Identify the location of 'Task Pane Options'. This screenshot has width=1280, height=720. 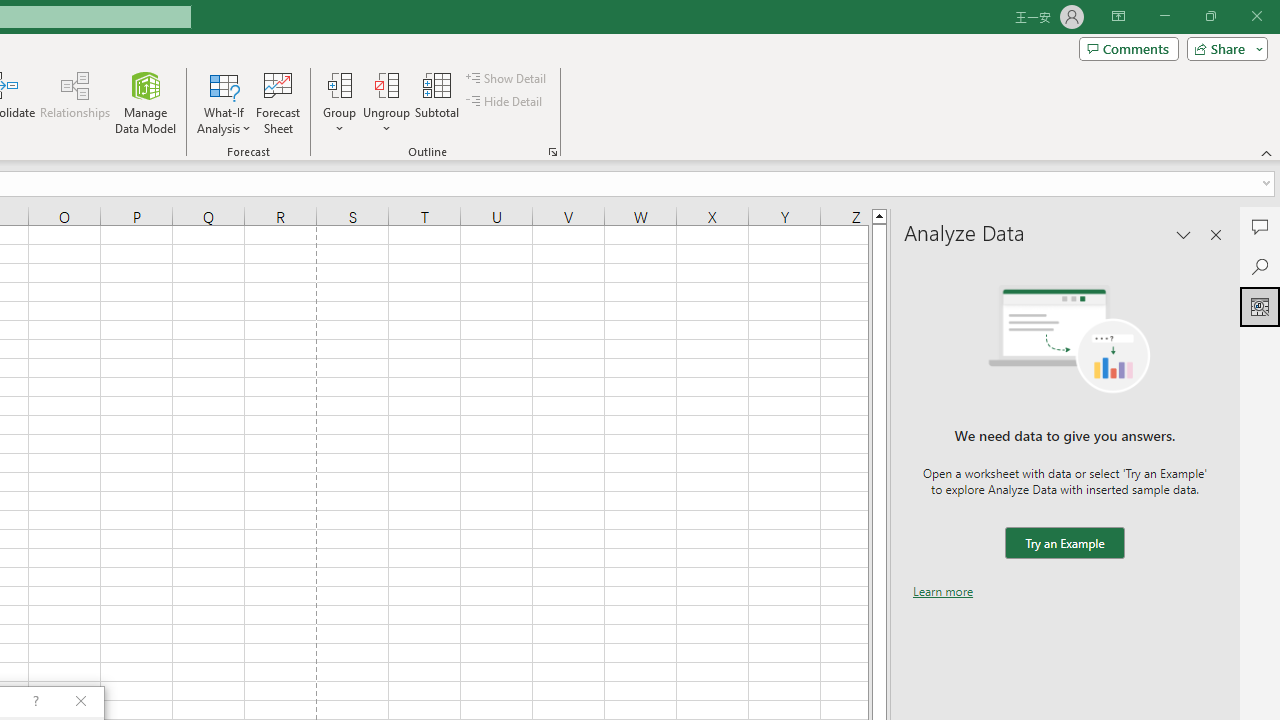
(1184, 234).